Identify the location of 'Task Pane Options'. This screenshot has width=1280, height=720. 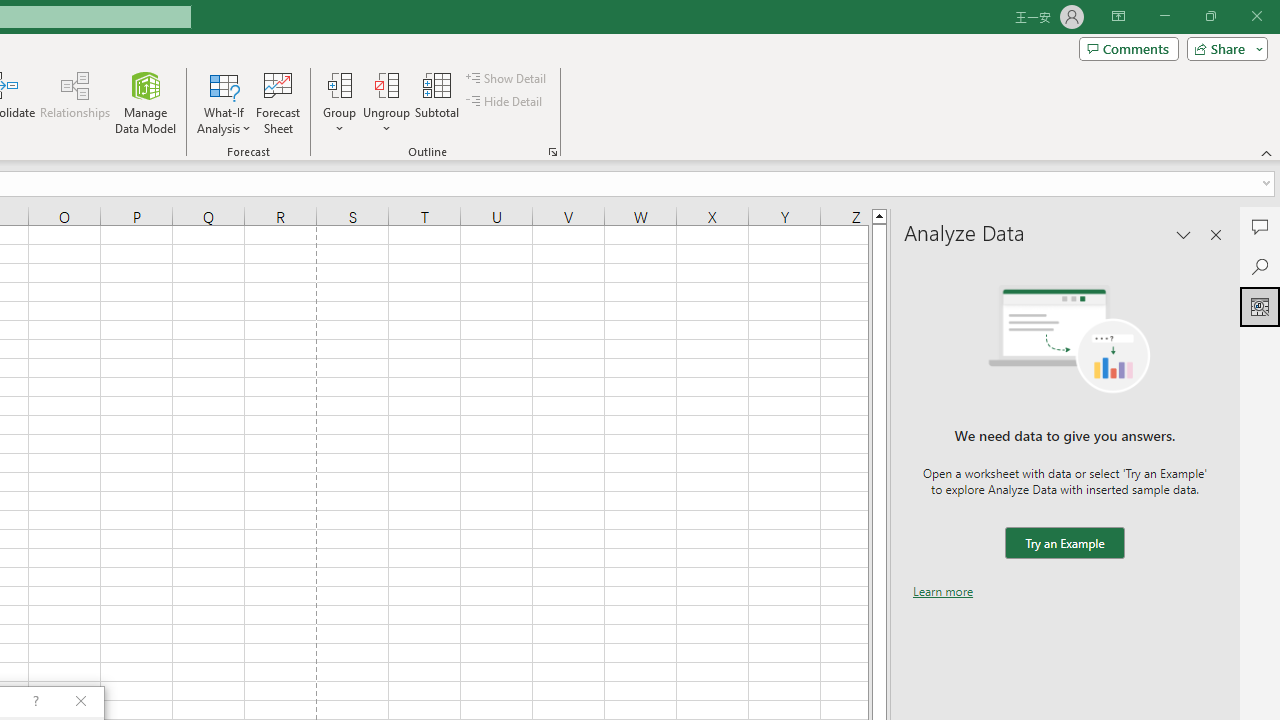
(1184, 234).